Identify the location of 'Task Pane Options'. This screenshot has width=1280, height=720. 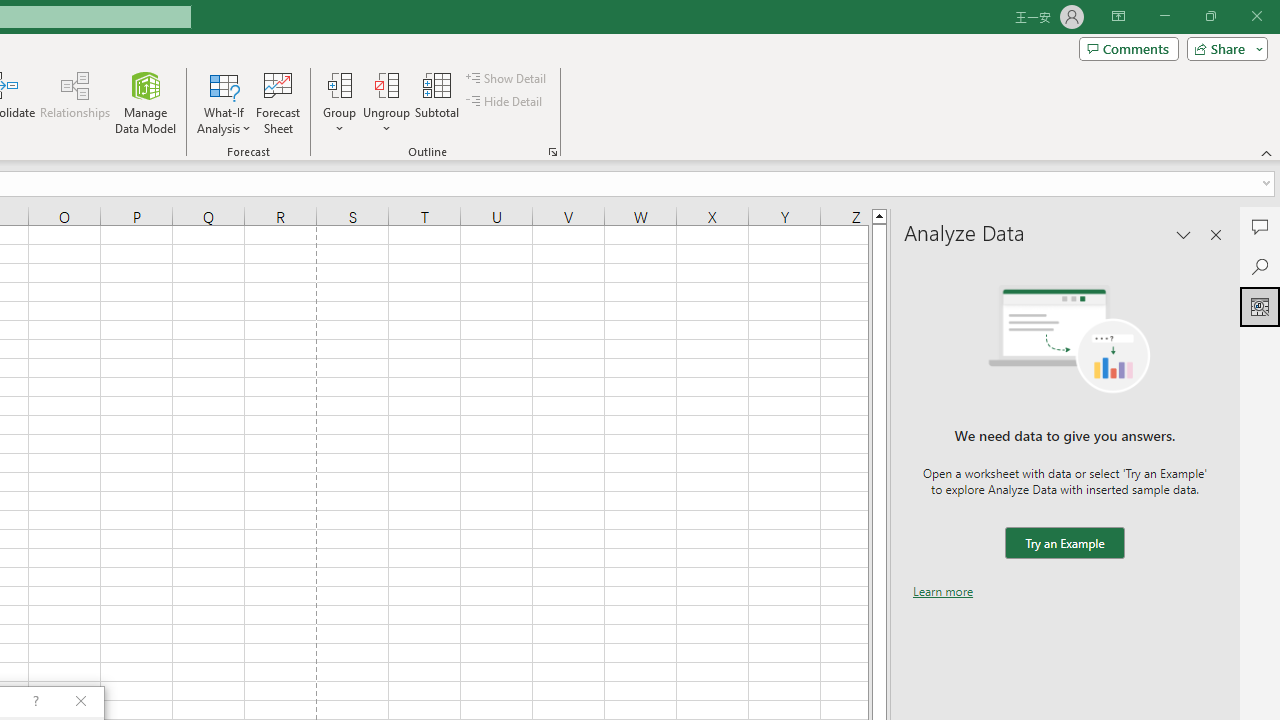
(1184, 234).